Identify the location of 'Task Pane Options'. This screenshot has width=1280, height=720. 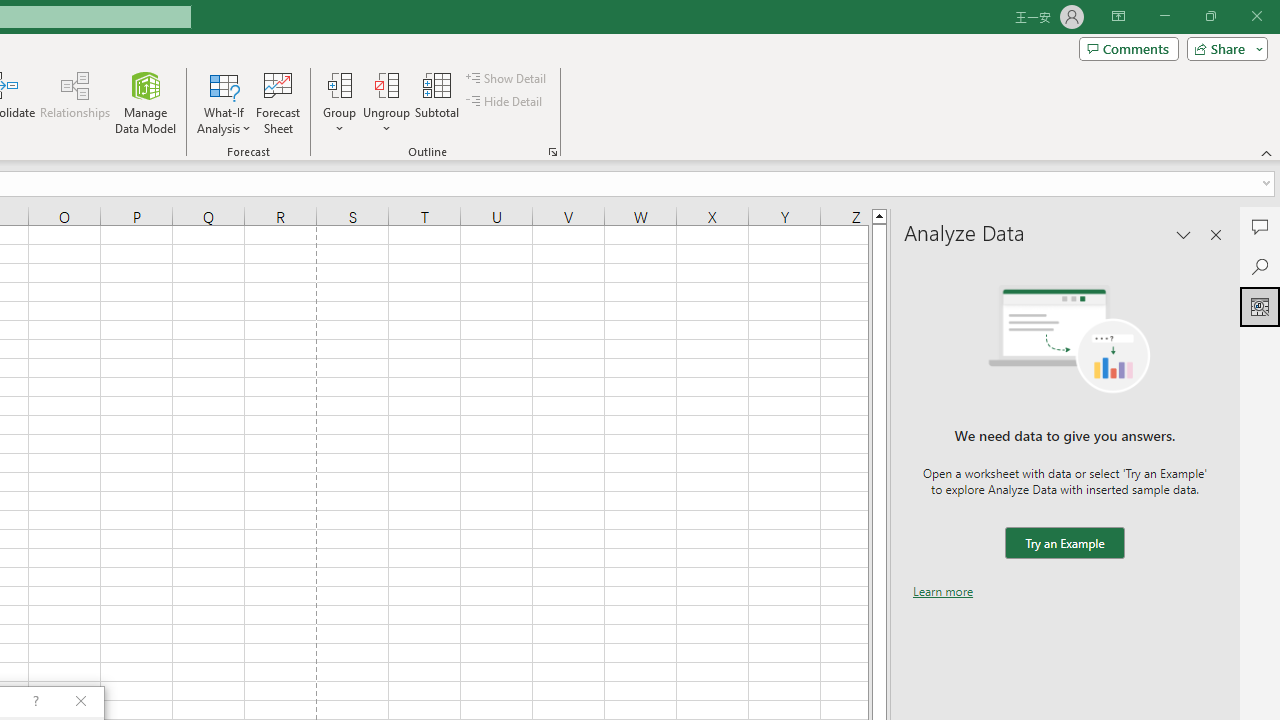
(1184, 234).